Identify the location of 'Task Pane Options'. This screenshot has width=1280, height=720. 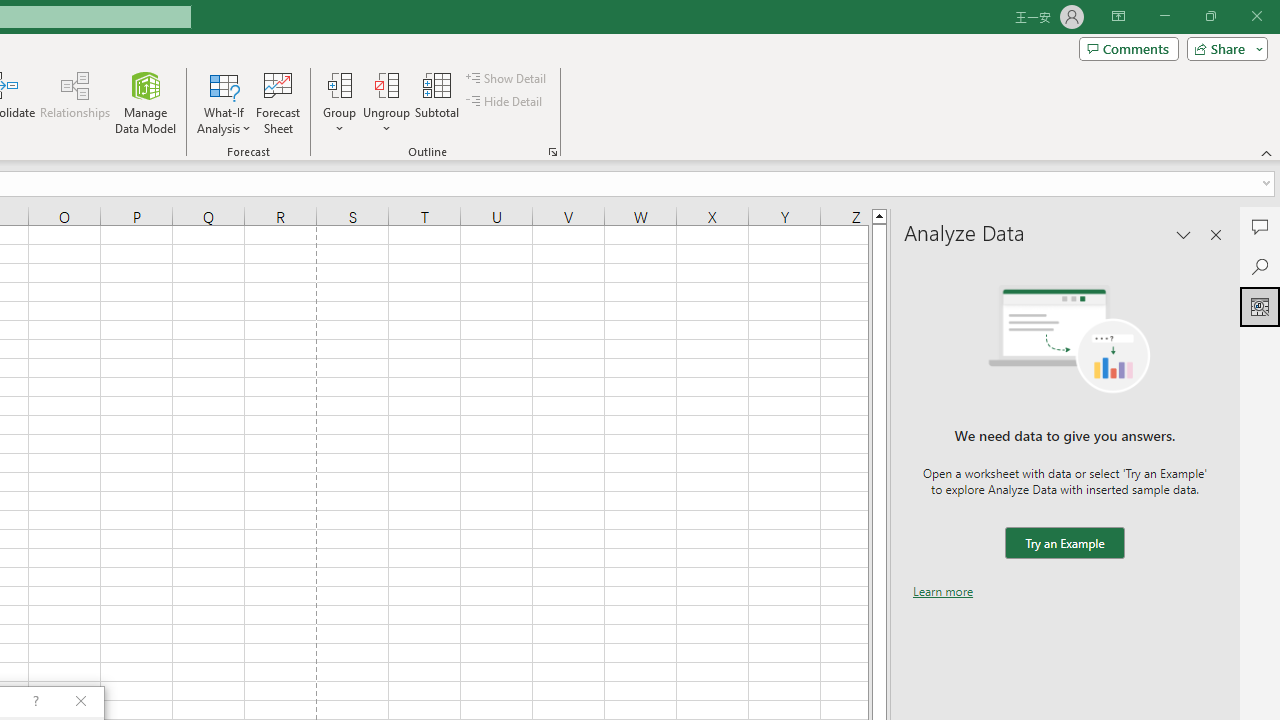
(1184, 234).